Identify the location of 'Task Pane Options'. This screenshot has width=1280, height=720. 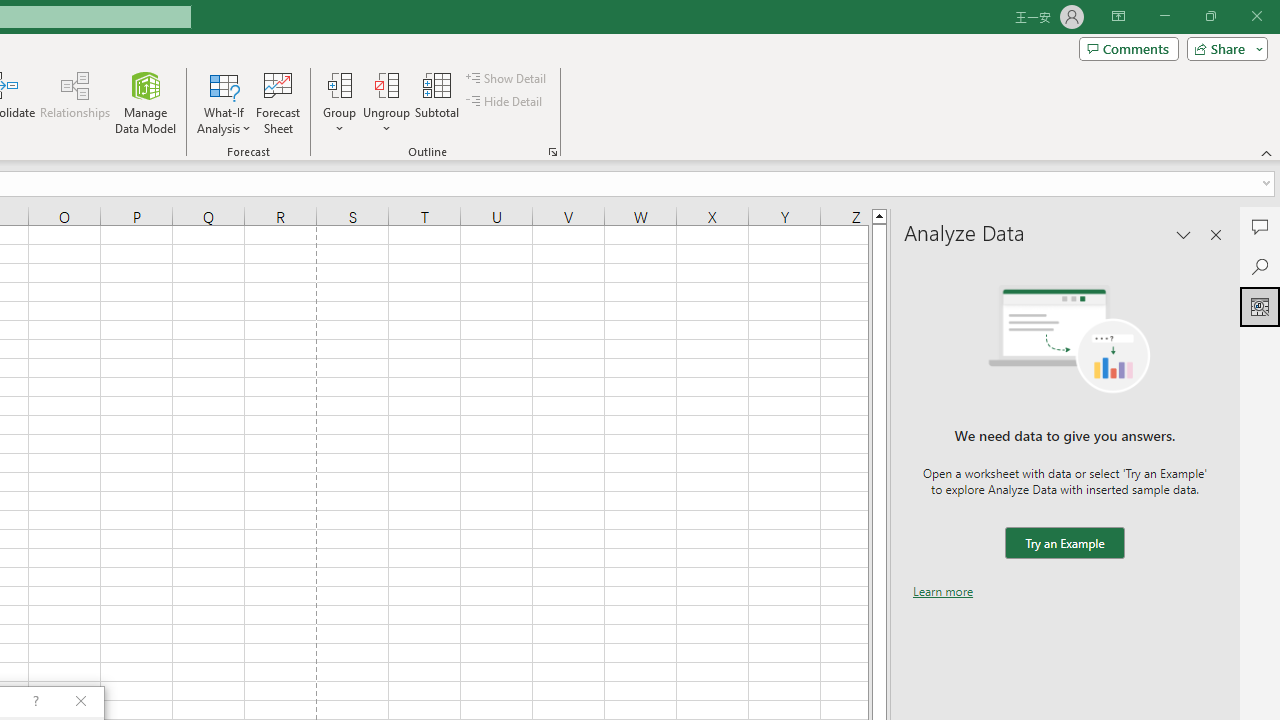
(1184, 234).